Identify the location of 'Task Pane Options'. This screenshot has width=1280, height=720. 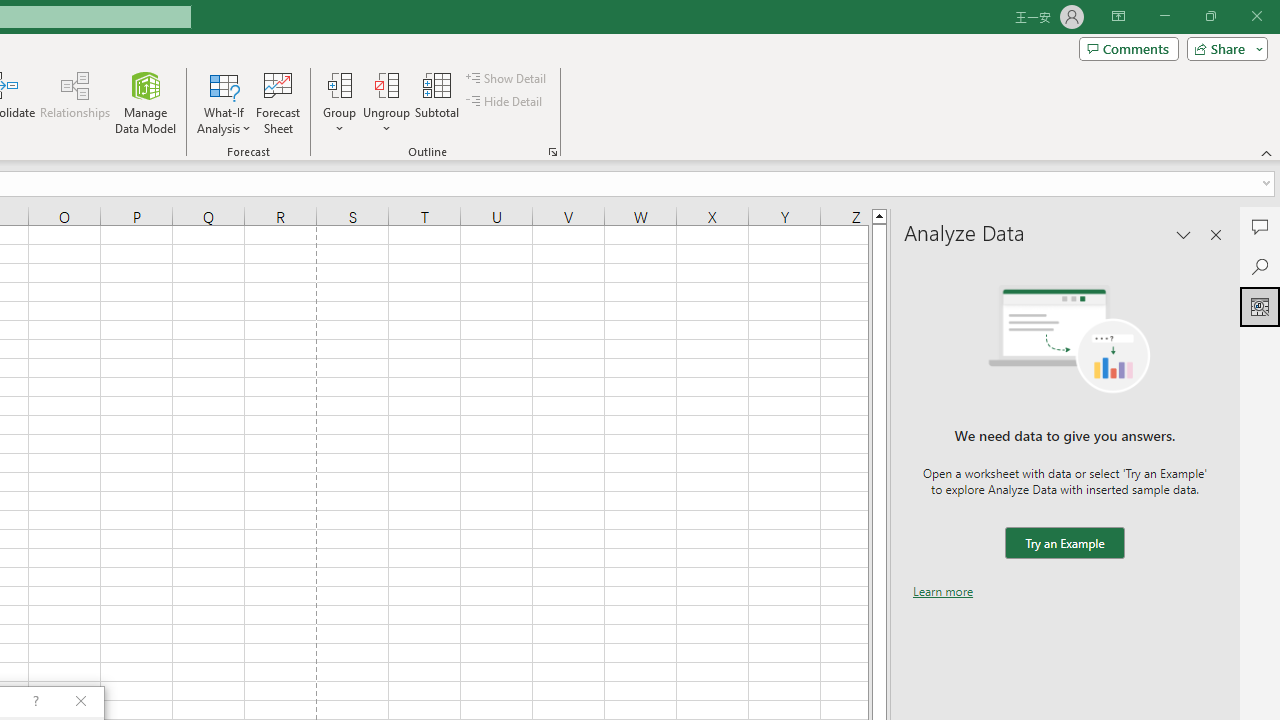
(1184, 234).